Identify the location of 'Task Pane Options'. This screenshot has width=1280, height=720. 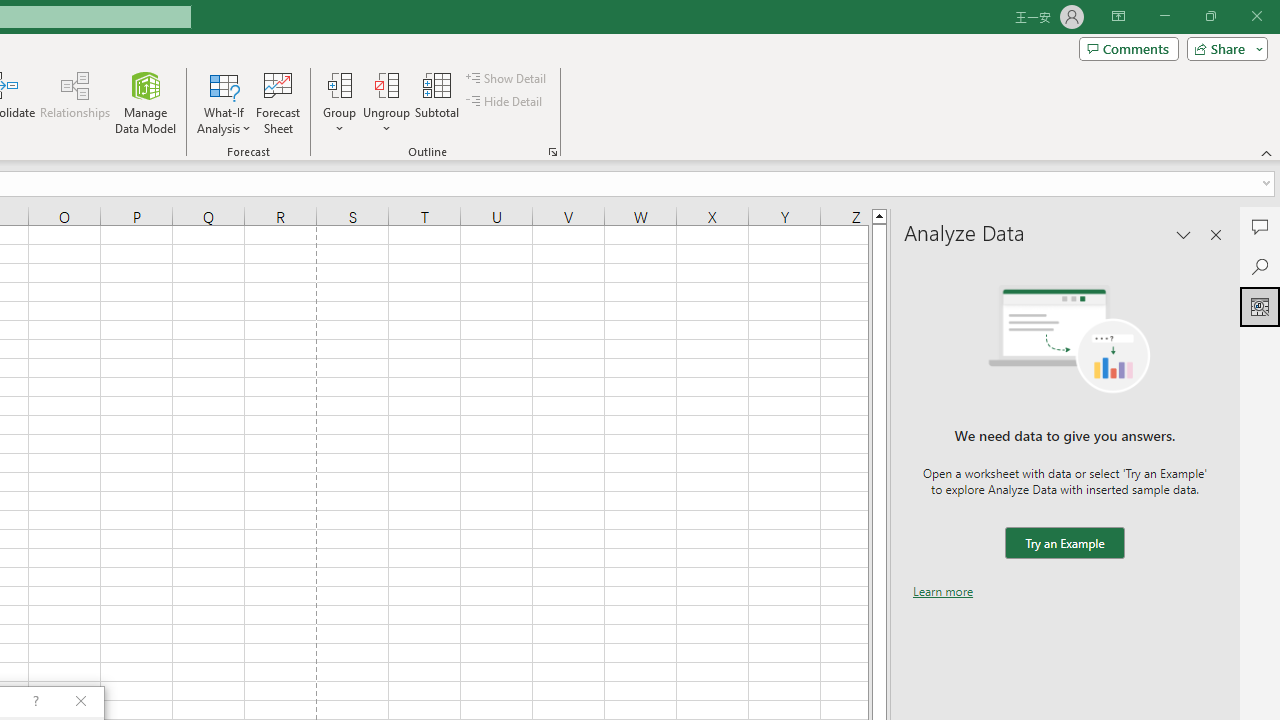
(1184, 234).